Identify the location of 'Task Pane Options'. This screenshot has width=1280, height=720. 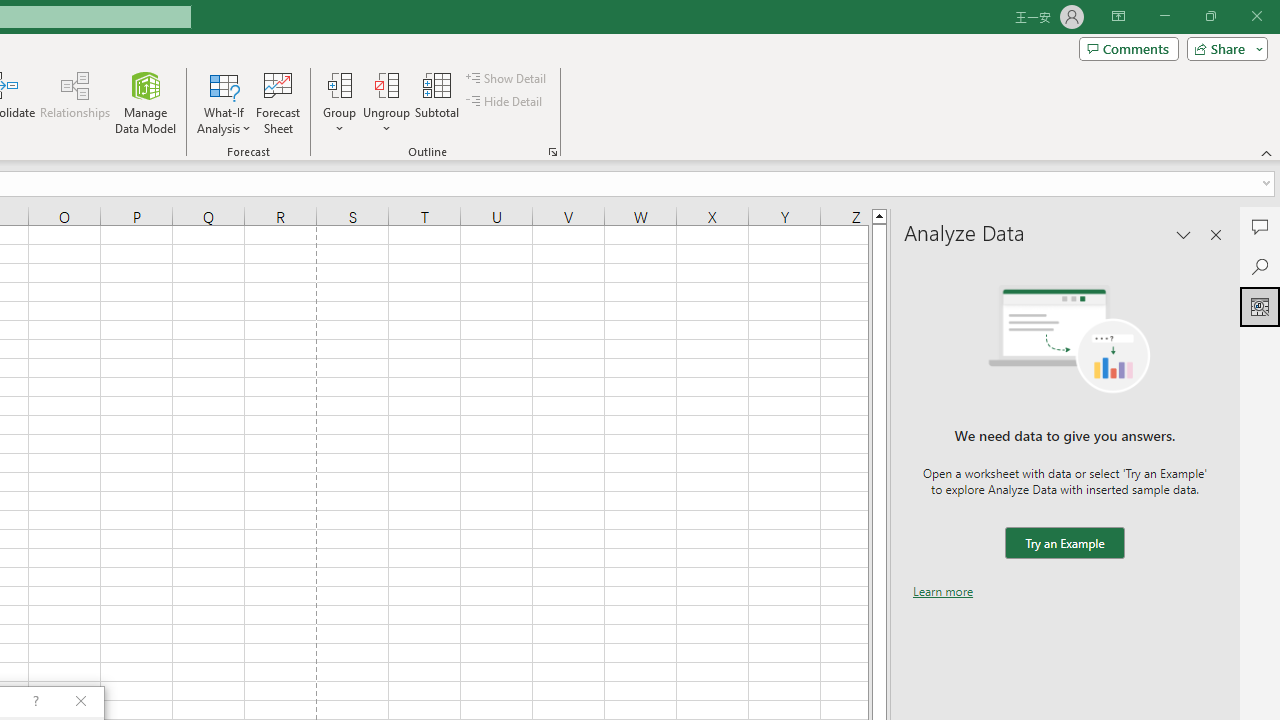
(1184, 234).